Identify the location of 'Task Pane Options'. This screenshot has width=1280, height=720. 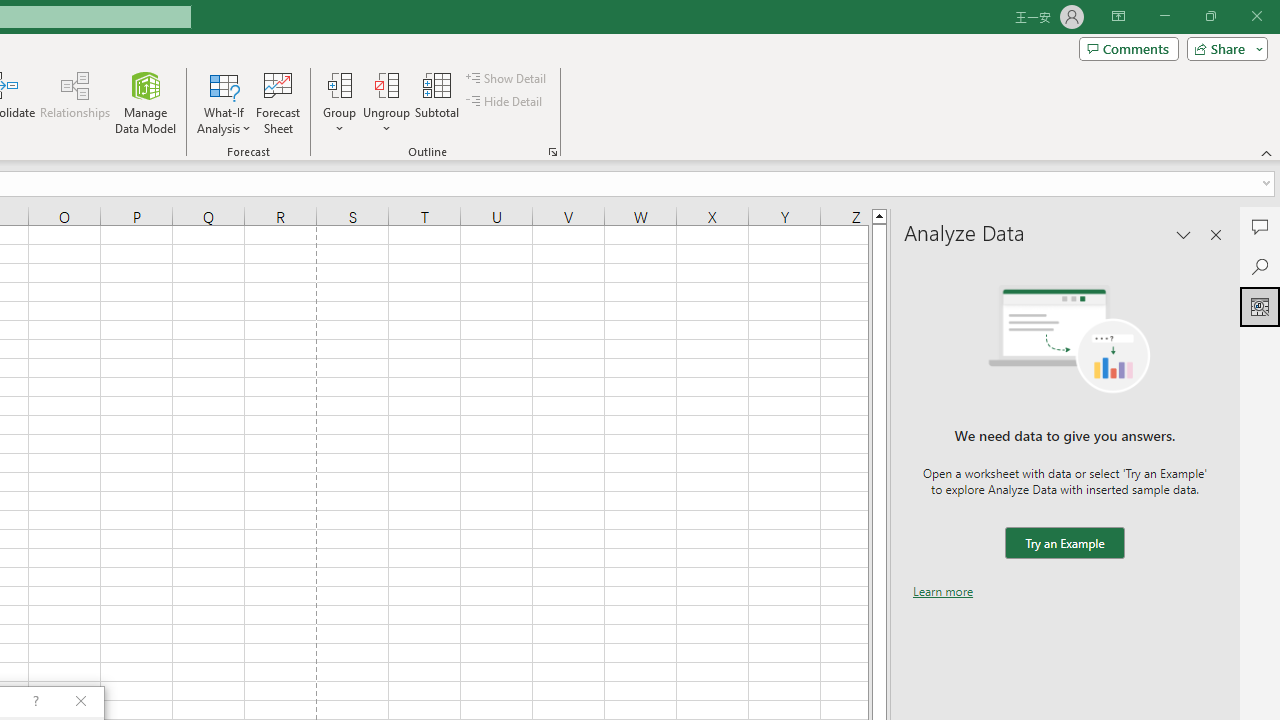
(1184, 234).